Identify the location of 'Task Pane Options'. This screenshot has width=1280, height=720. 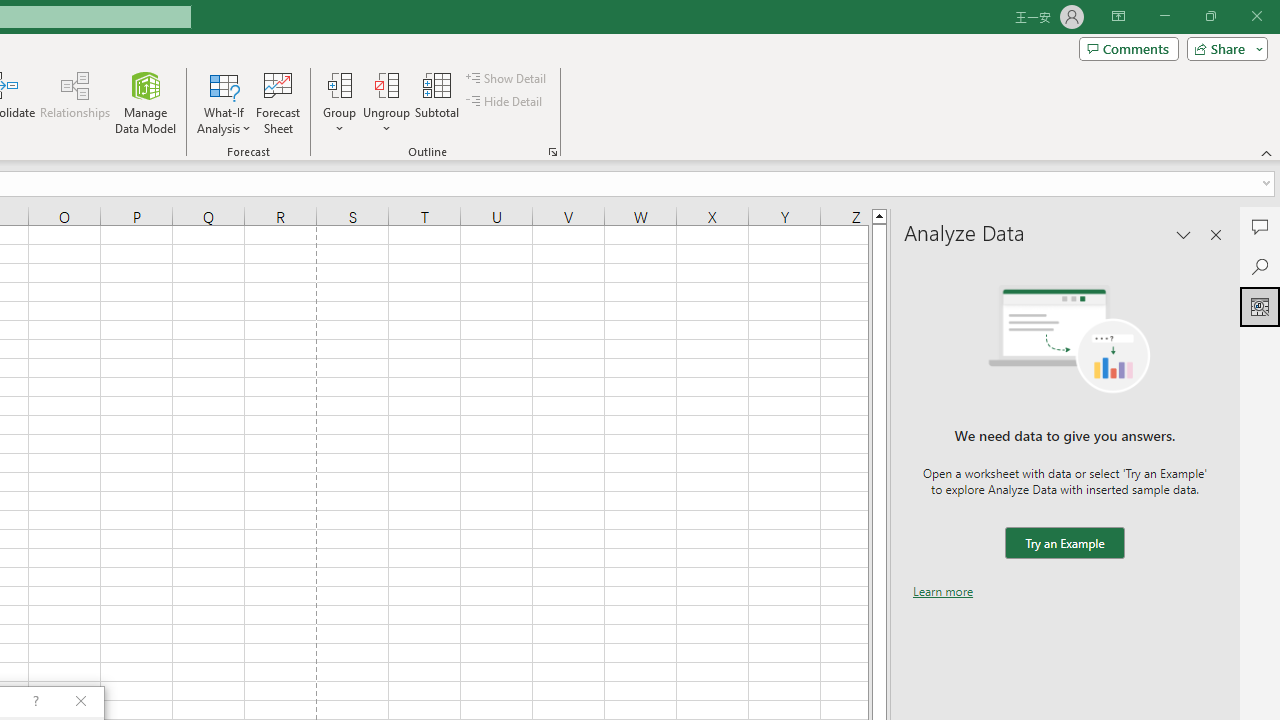
(1184, 234).